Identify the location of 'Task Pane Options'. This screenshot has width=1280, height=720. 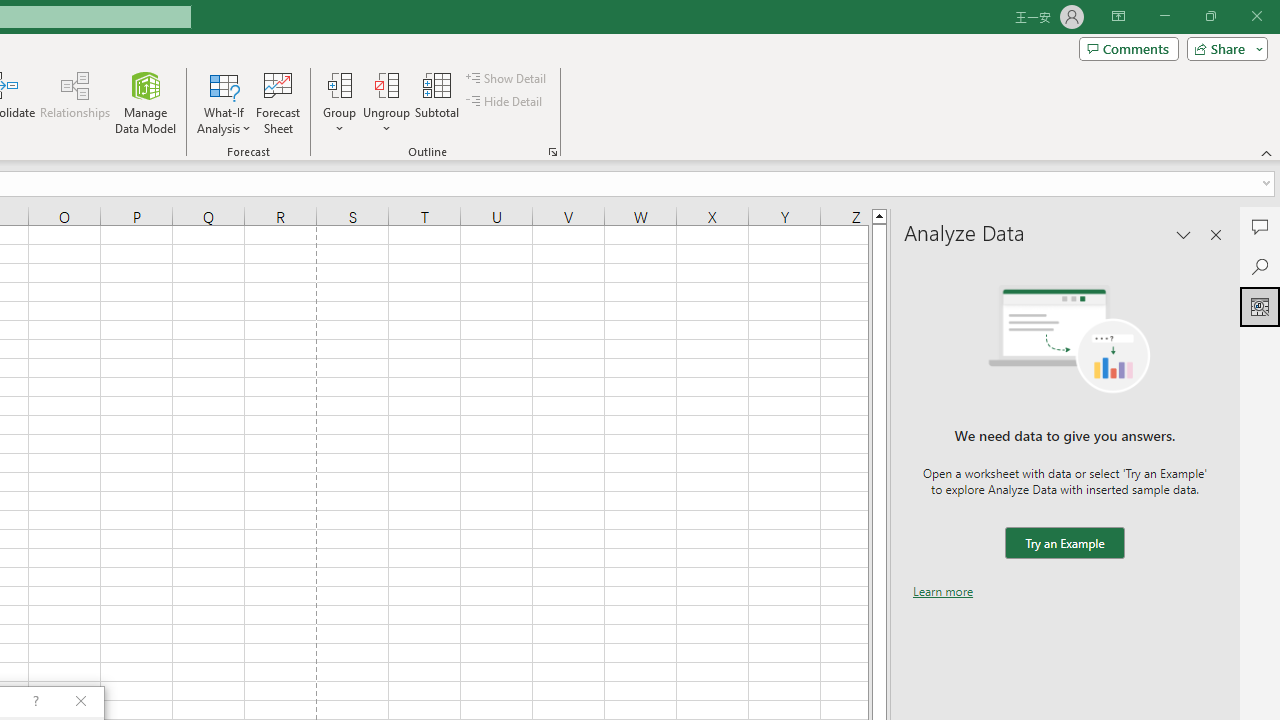
(1184, 234).